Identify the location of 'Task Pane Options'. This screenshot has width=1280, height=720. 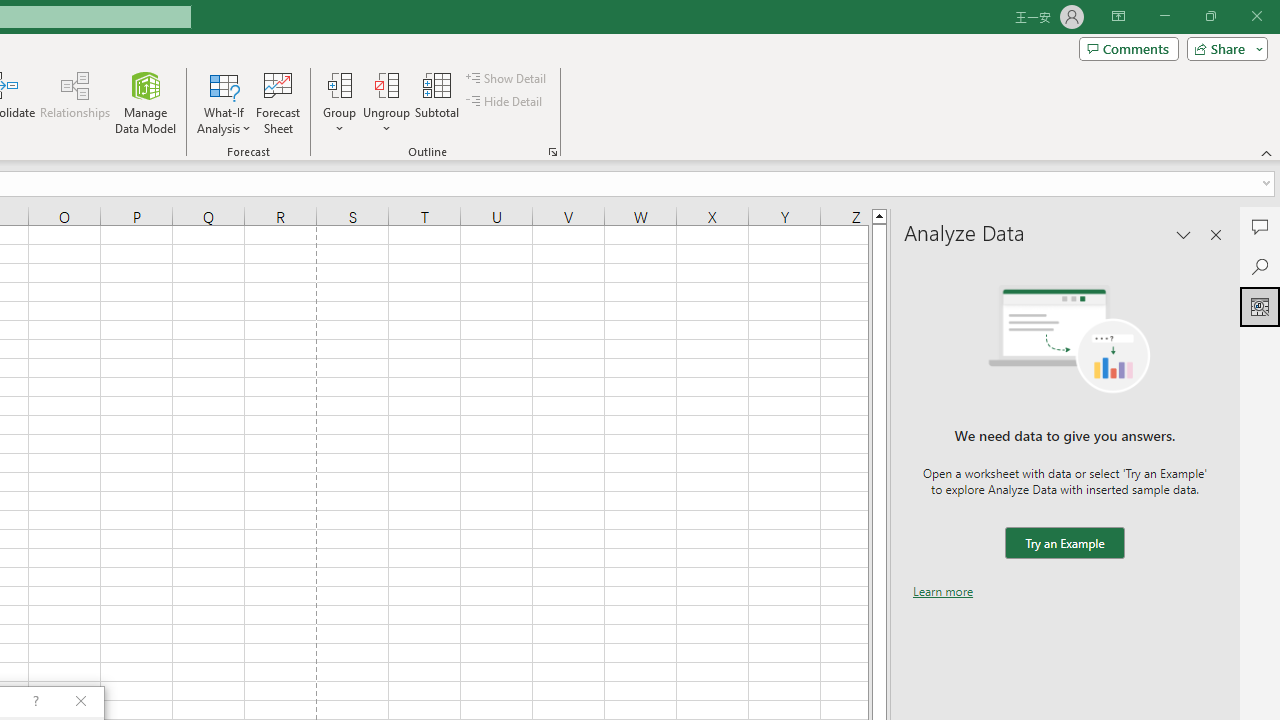
(1184, 234).